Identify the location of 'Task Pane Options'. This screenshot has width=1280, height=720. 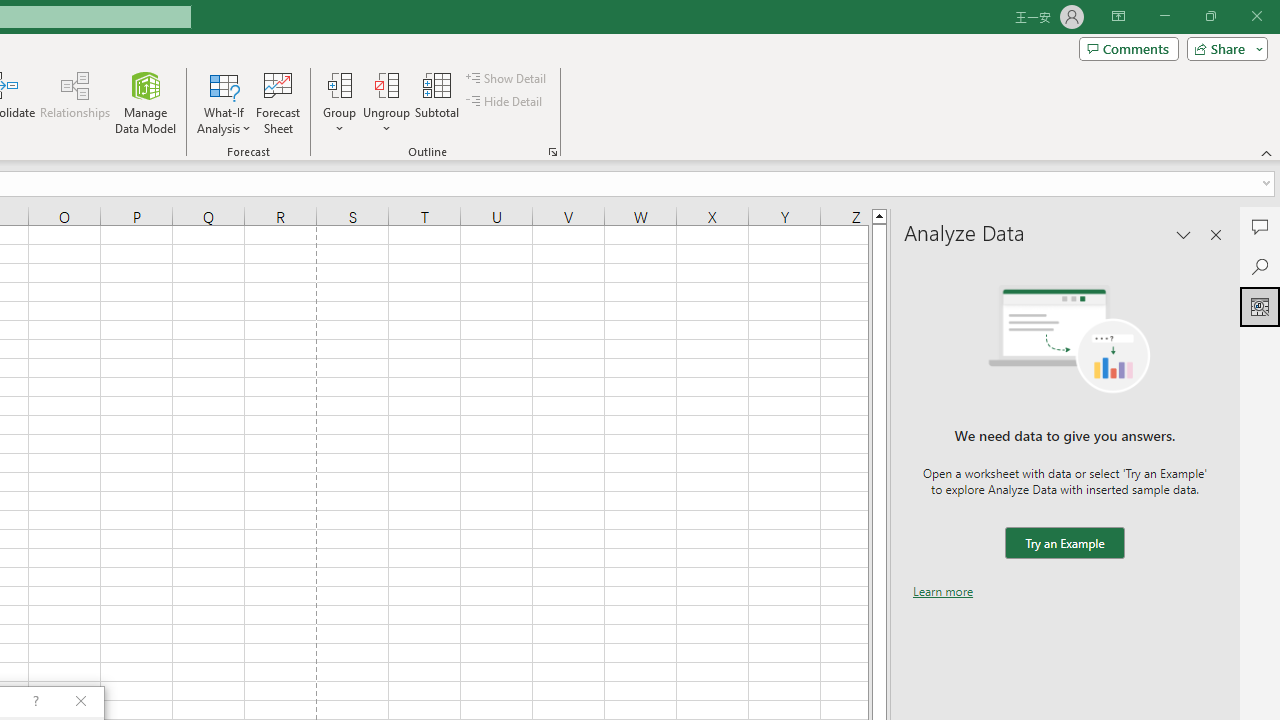
(1184, 234).